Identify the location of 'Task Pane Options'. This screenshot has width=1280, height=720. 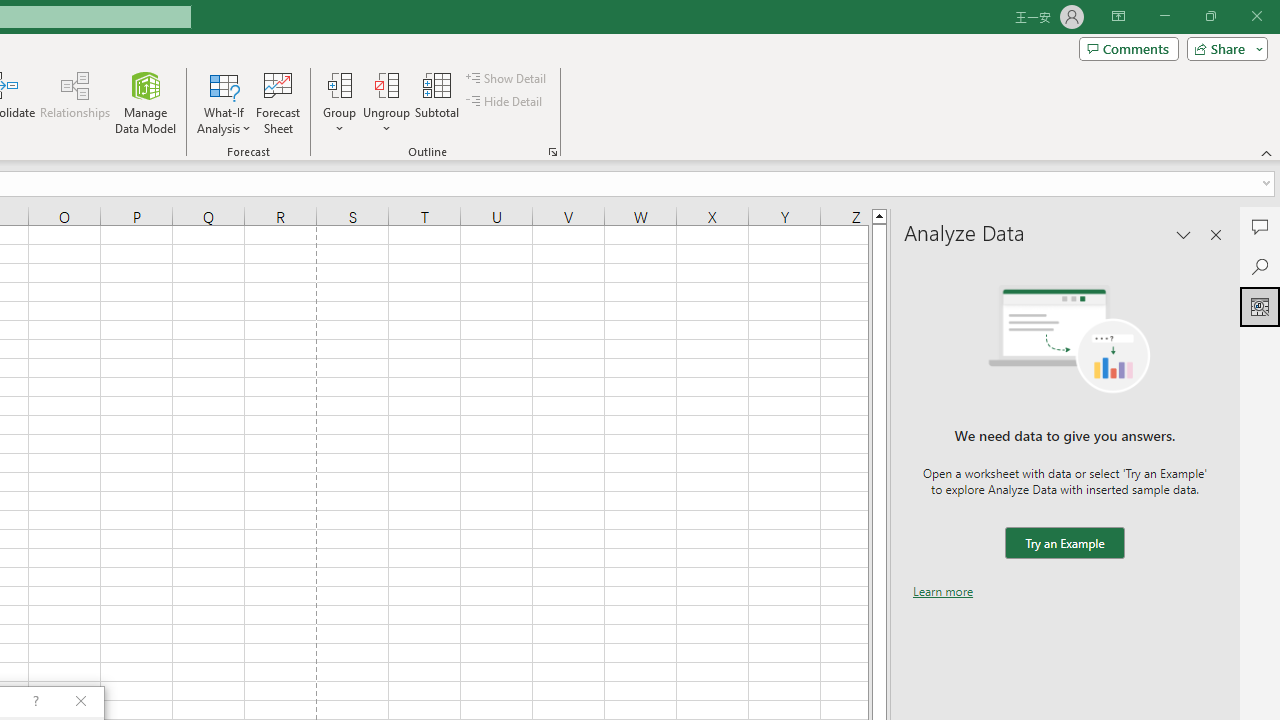
(1184, 234).